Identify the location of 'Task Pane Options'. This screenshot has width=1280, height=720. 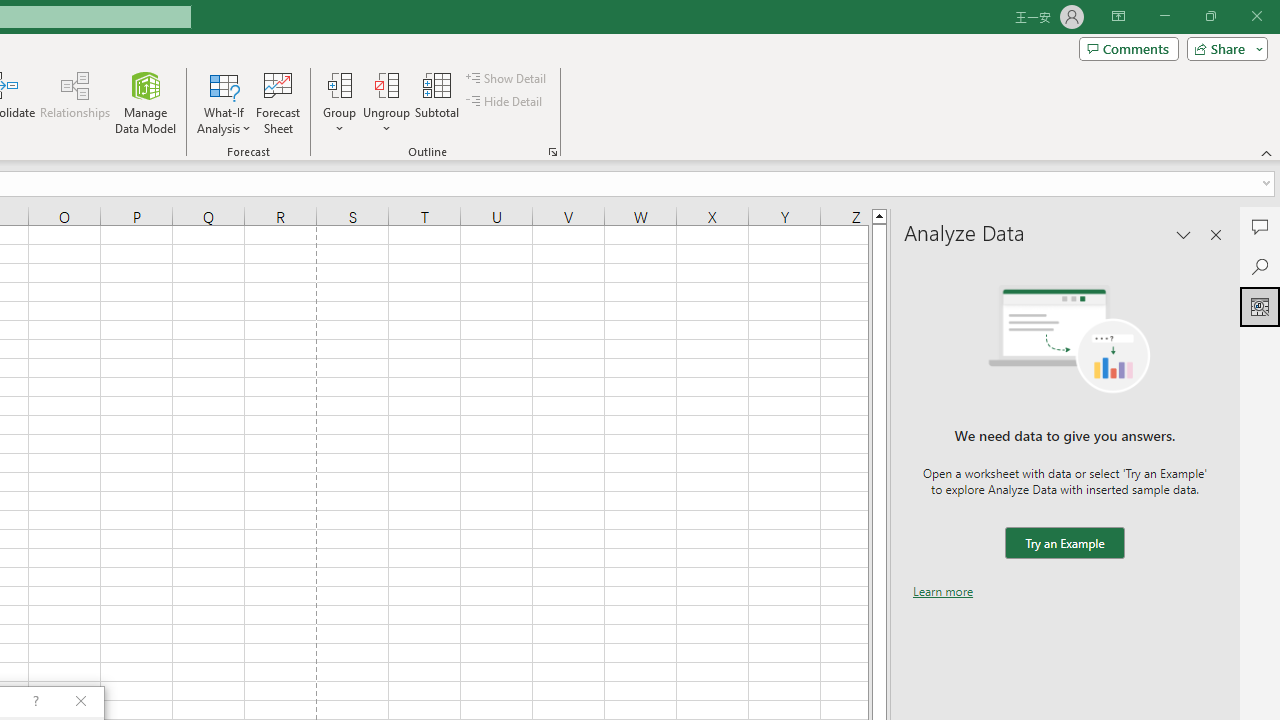
(1184, 234).